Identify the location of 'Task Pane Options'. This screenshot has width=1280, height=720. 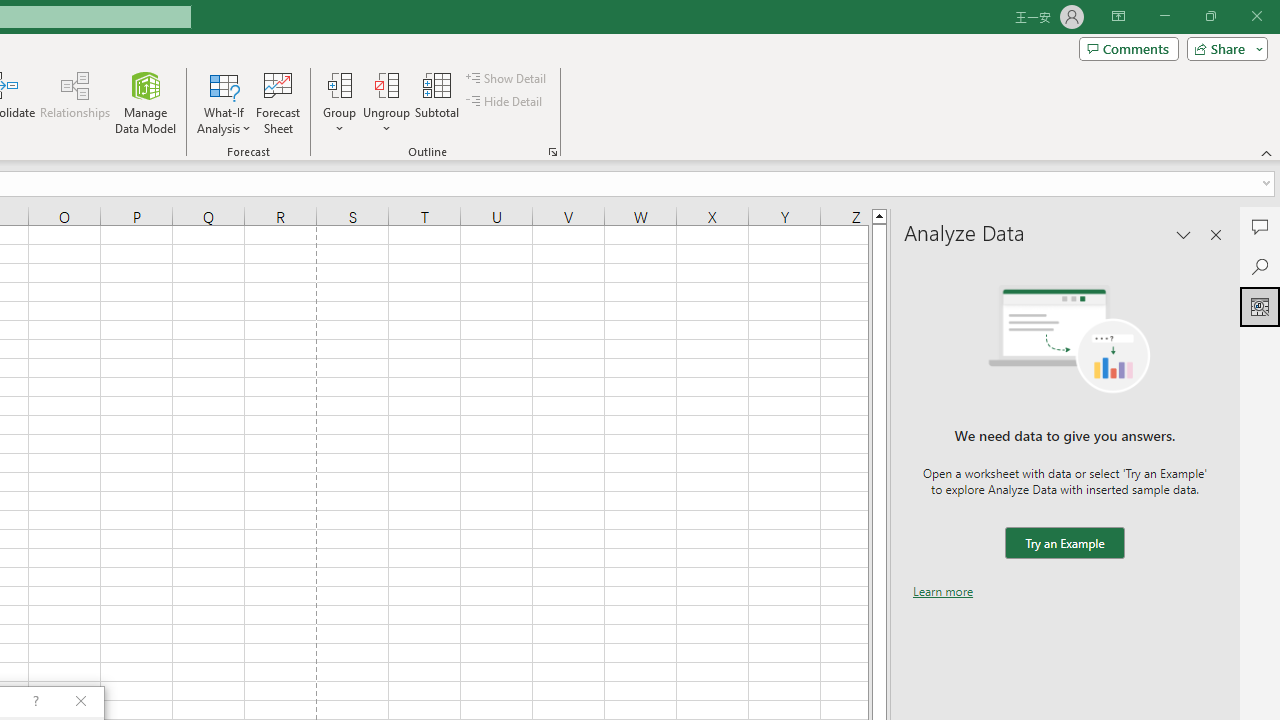
(1184, 234).